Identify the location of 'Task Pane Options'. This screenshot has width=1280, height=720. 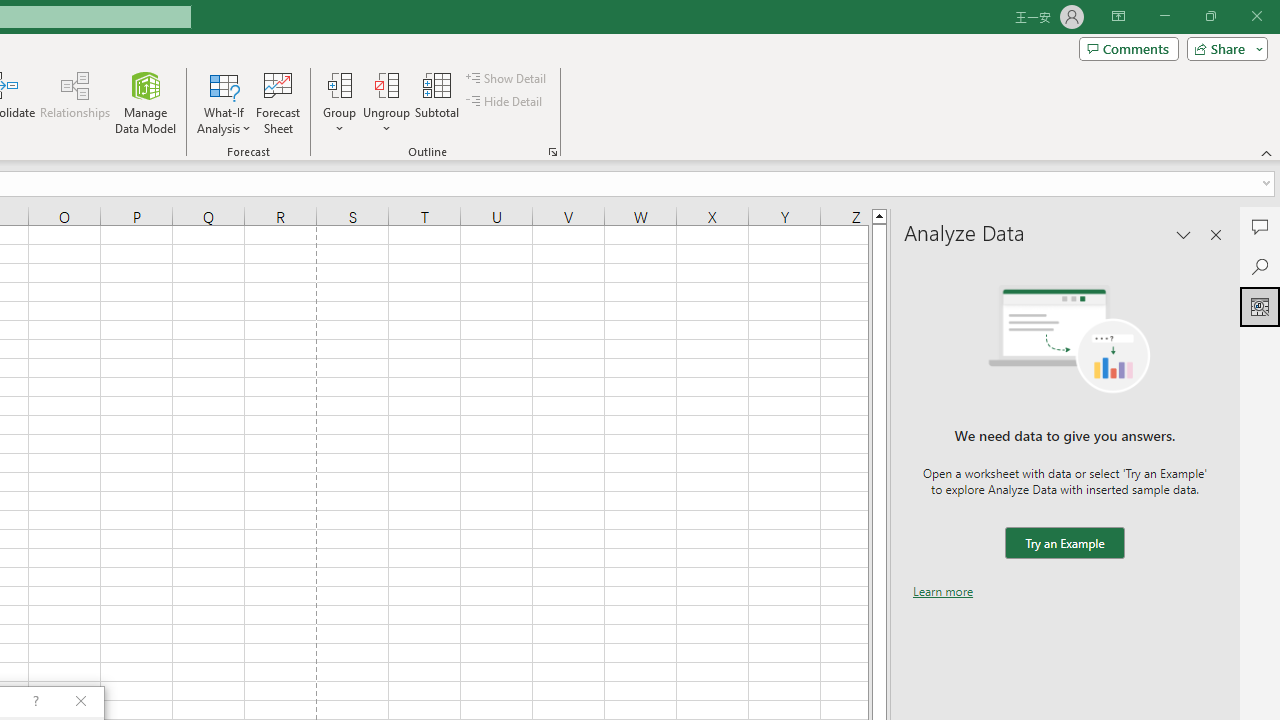
(1184, 234).